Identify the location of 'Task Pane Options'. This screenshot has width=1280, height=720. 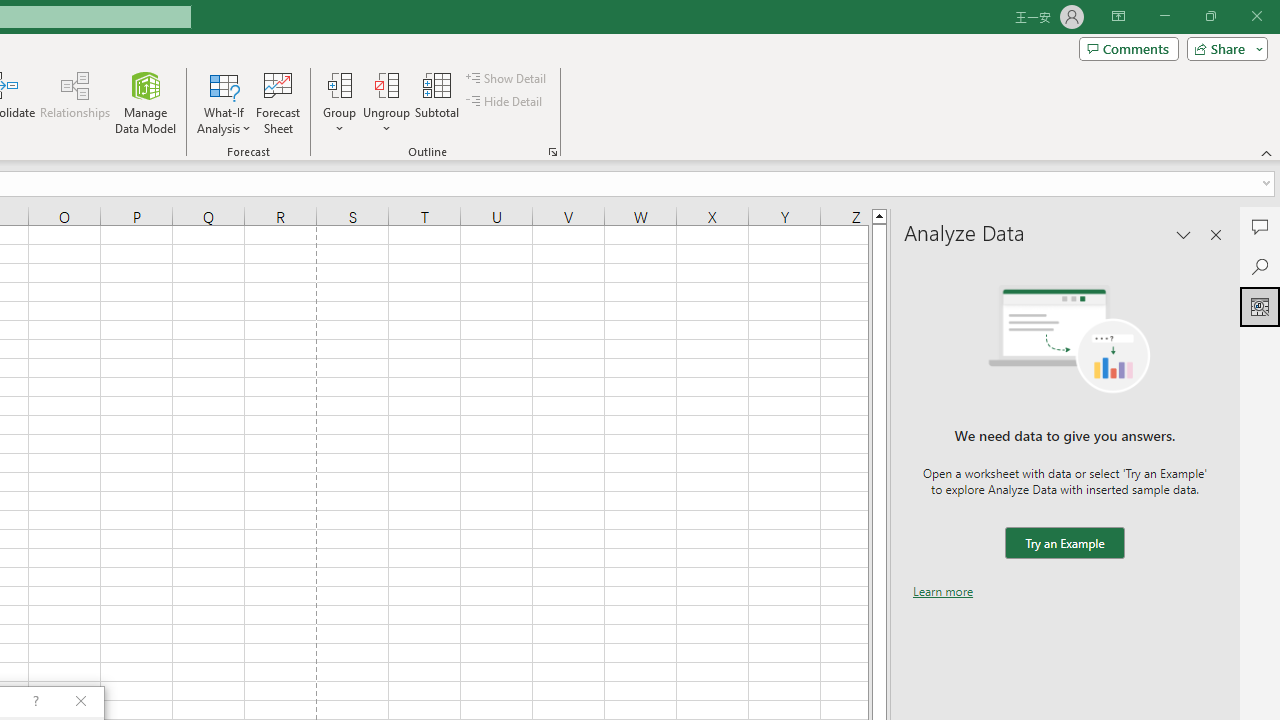
(1184, 234).